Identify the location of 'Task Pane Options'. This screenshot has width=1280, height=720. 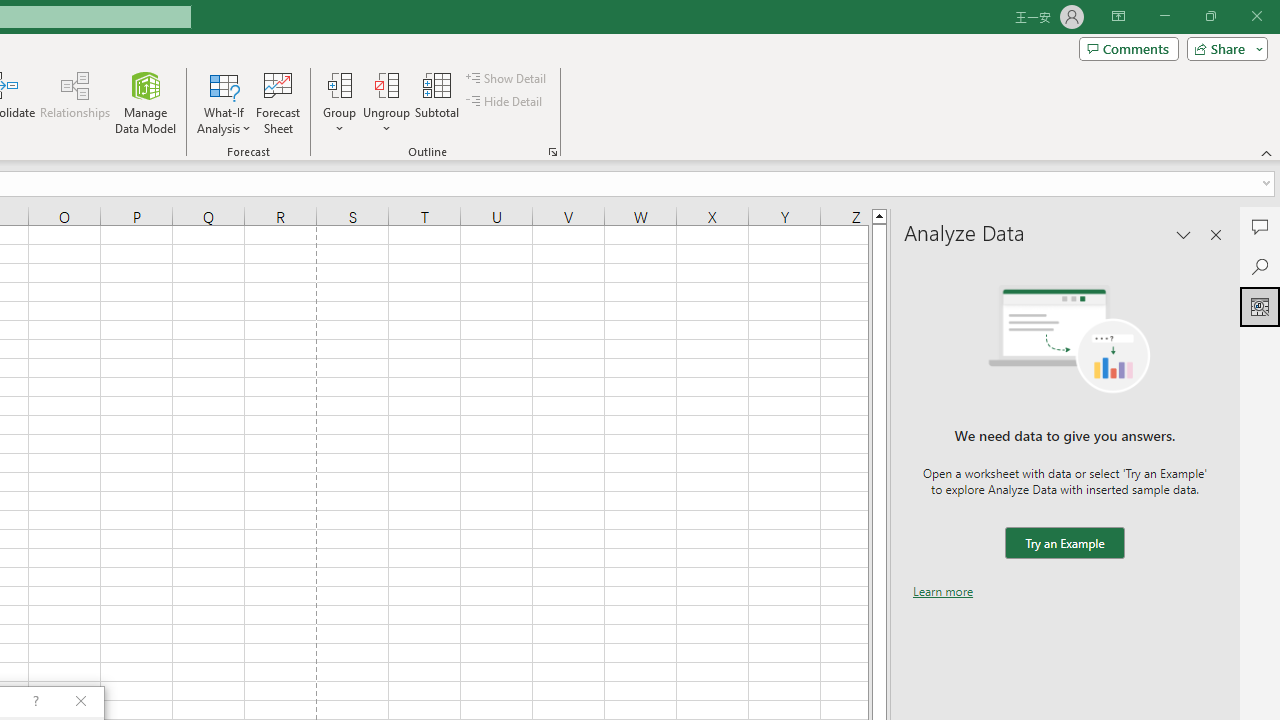
(1184, 234).